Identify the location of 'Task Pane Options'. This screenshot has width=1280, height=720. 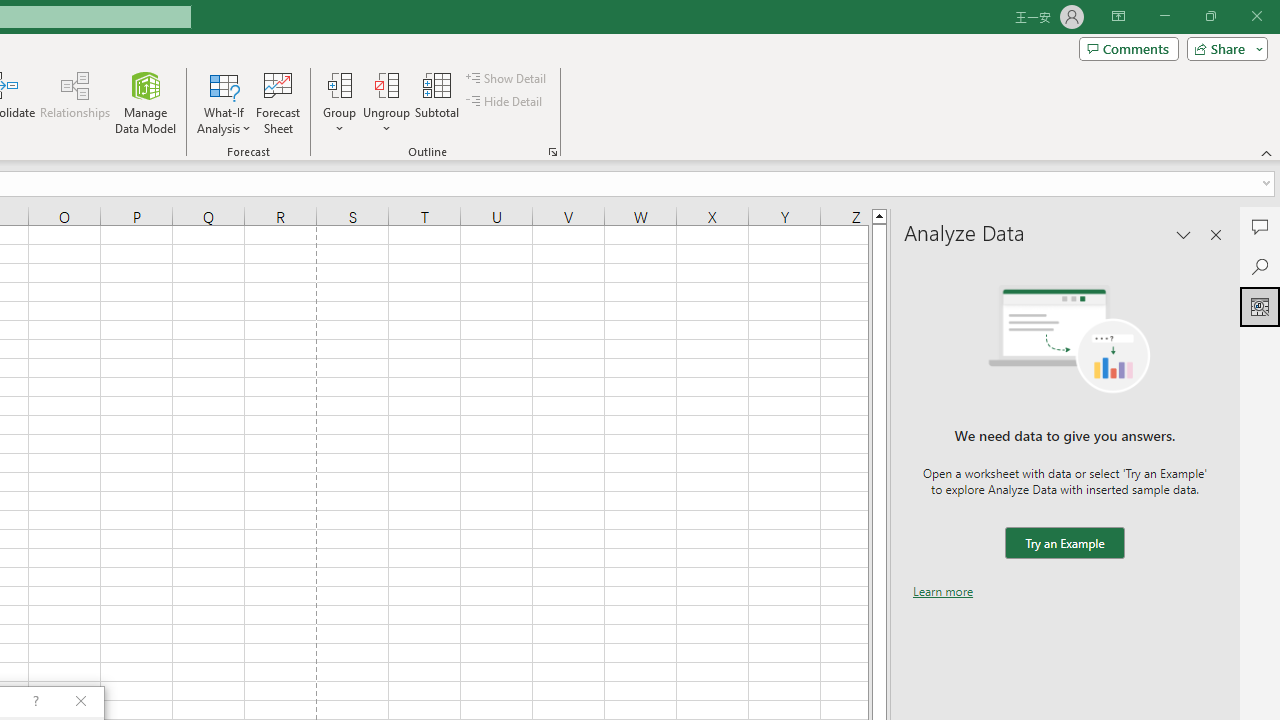
(1184, 234).